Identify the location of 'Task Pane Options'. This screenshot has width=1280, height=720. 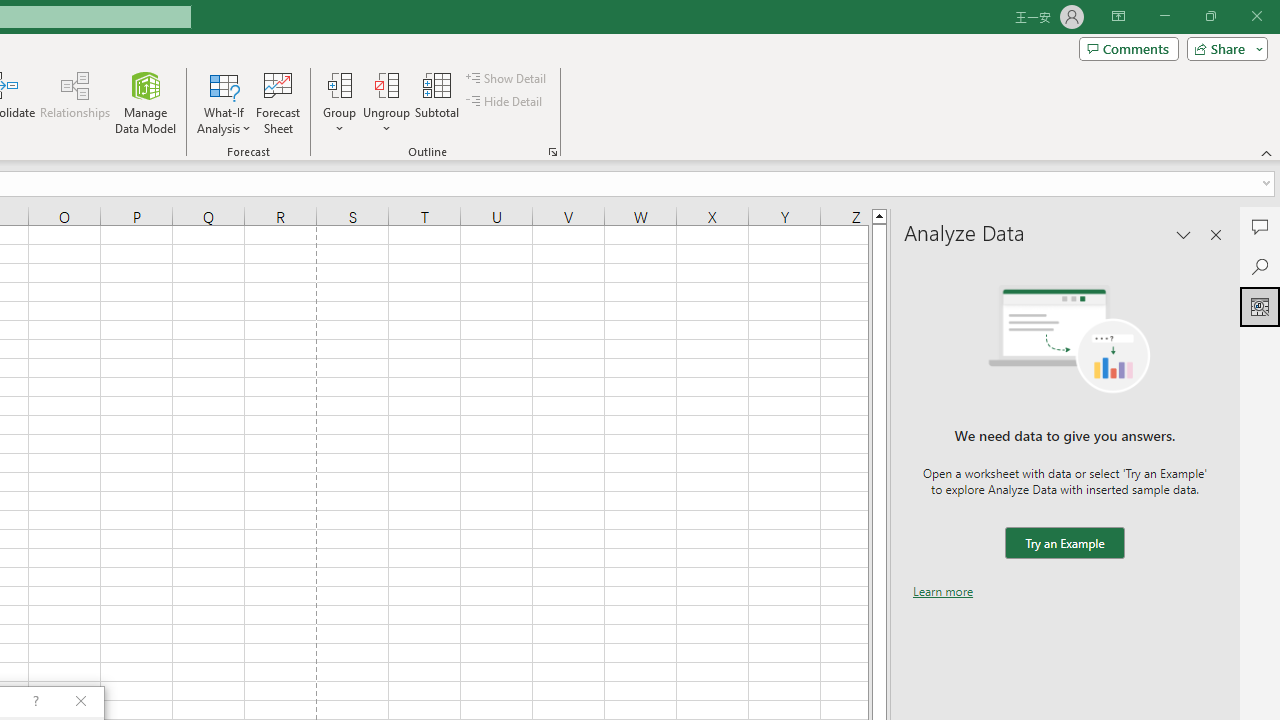
(1184, 234).